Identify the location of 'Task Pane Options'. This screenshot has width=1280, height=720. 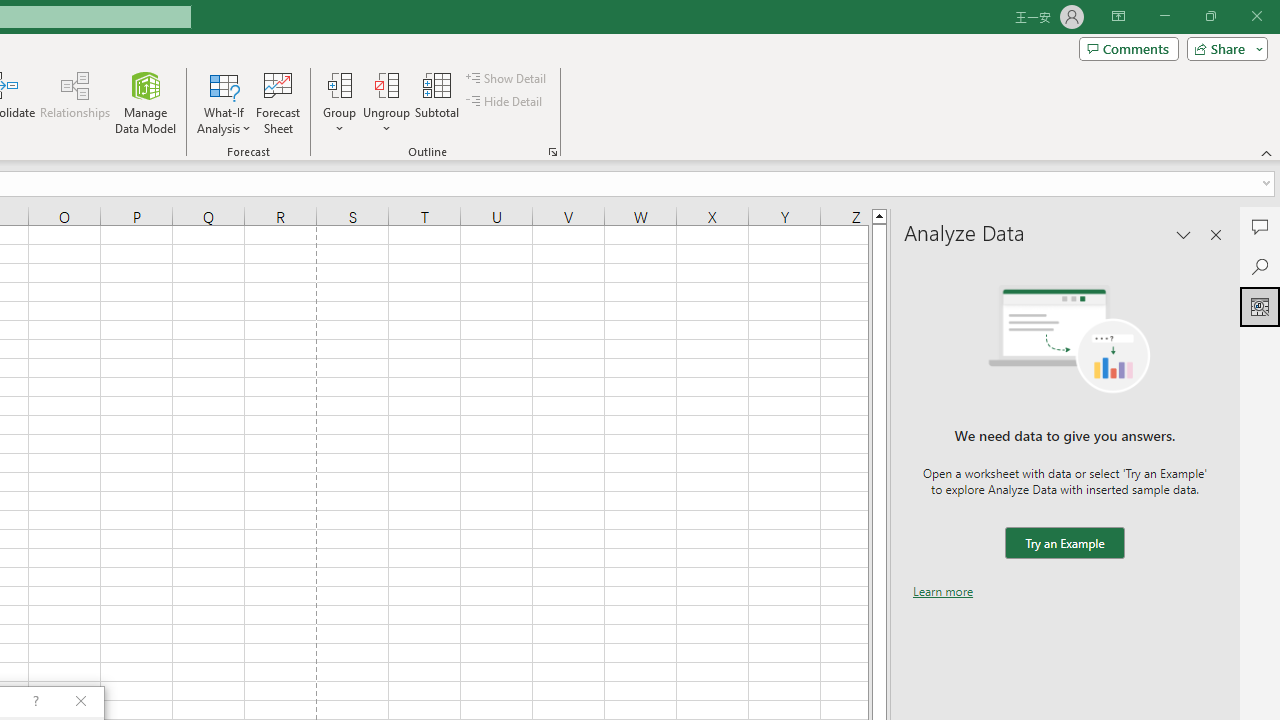
(1184, 234).